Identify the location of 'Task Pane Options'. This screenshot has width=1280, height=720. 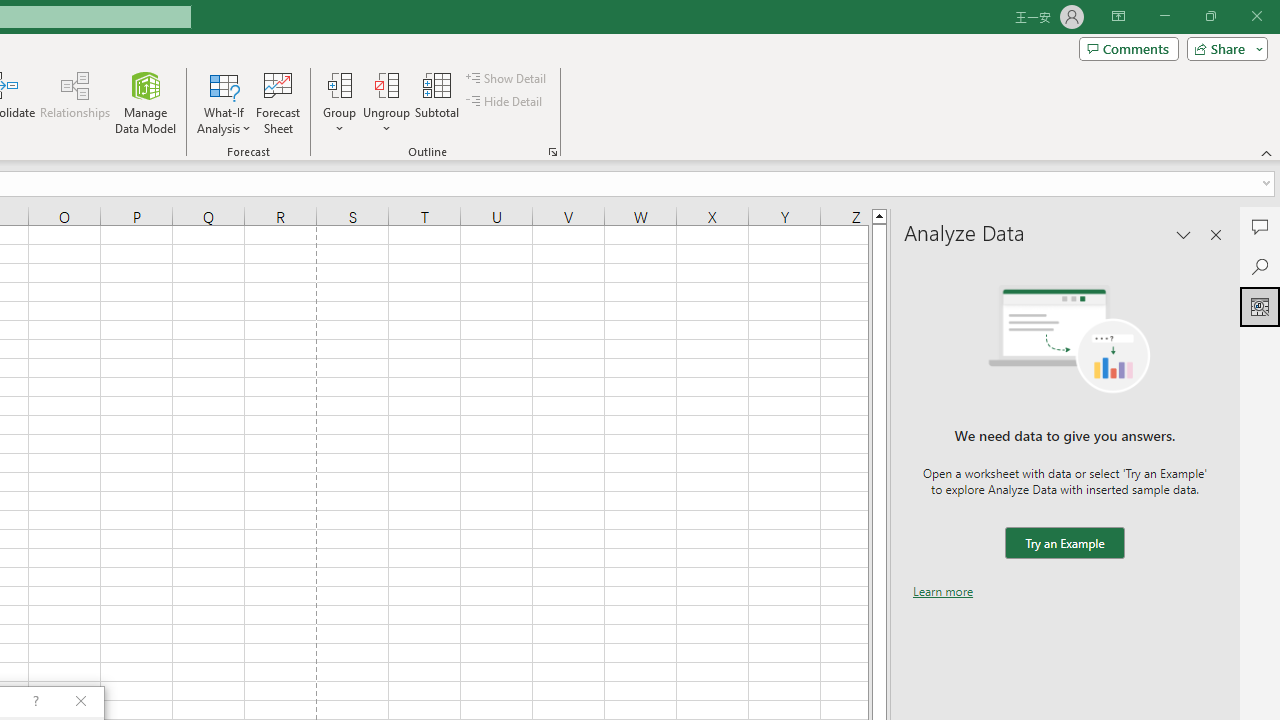
(1184, 234).